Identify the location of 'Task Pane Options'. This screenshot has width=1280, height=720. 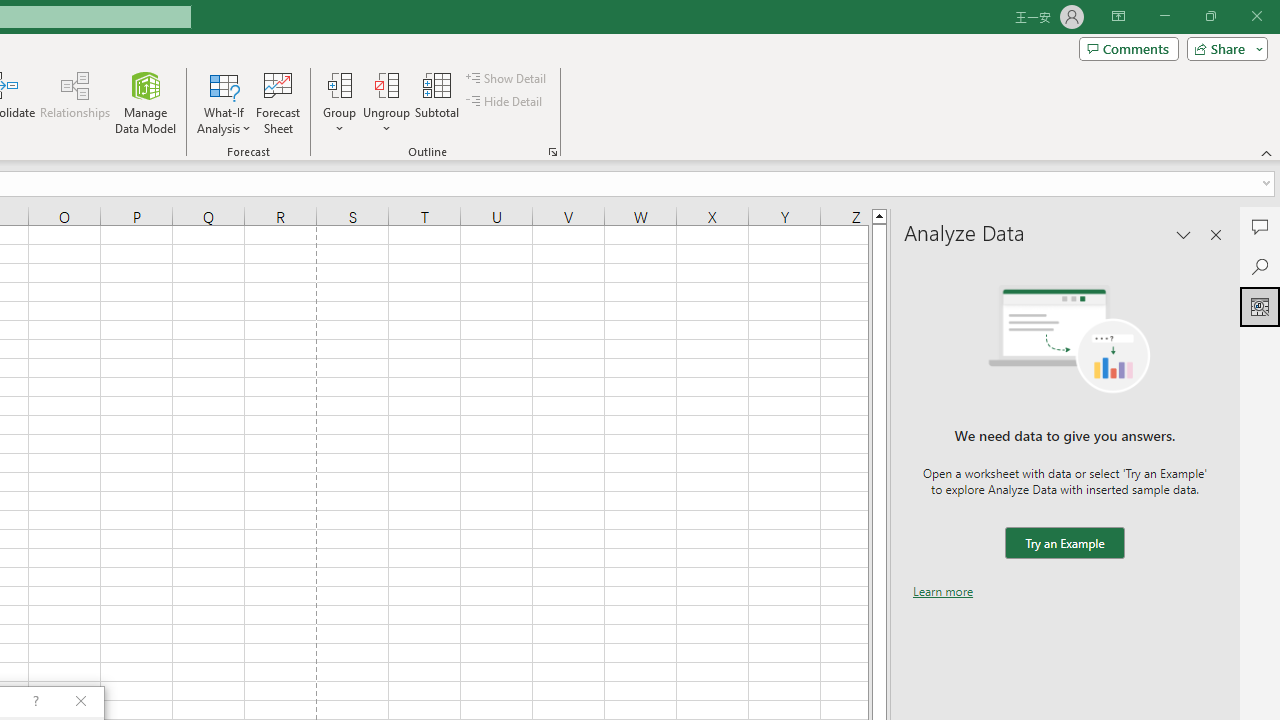
(1184, 234).